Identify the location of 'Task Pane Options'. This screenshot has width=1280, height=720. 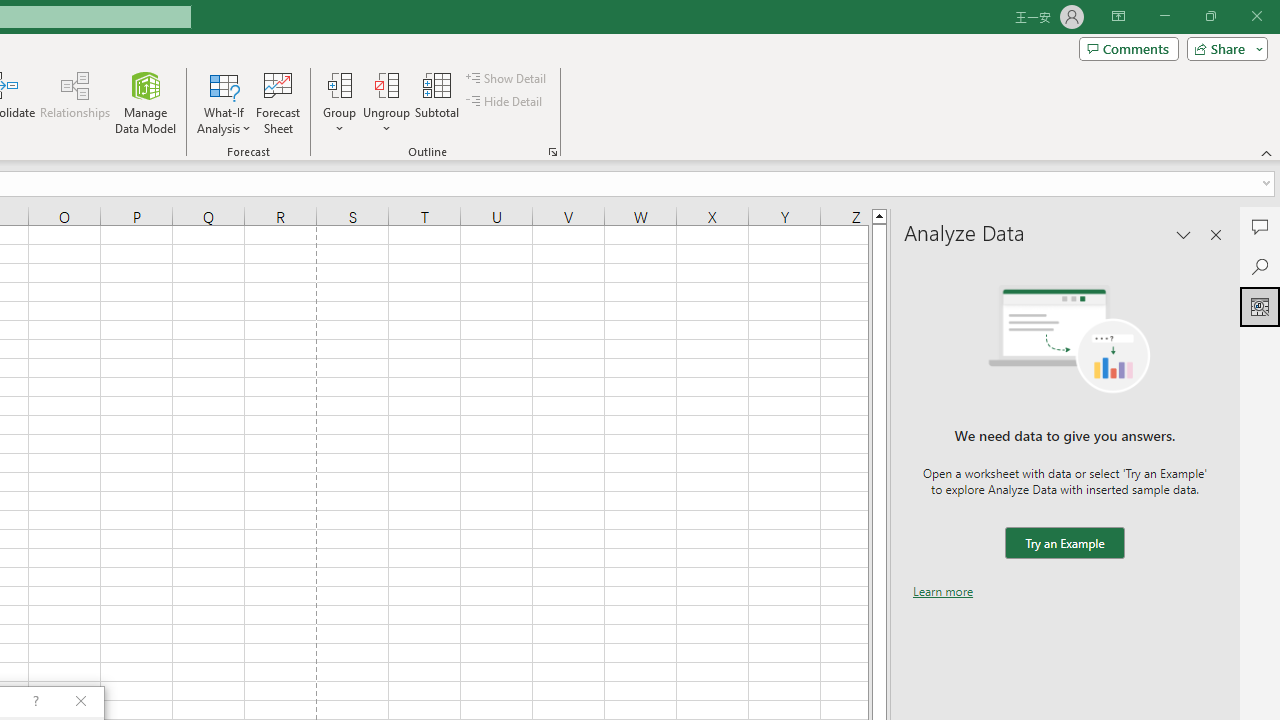
(1184, 234).